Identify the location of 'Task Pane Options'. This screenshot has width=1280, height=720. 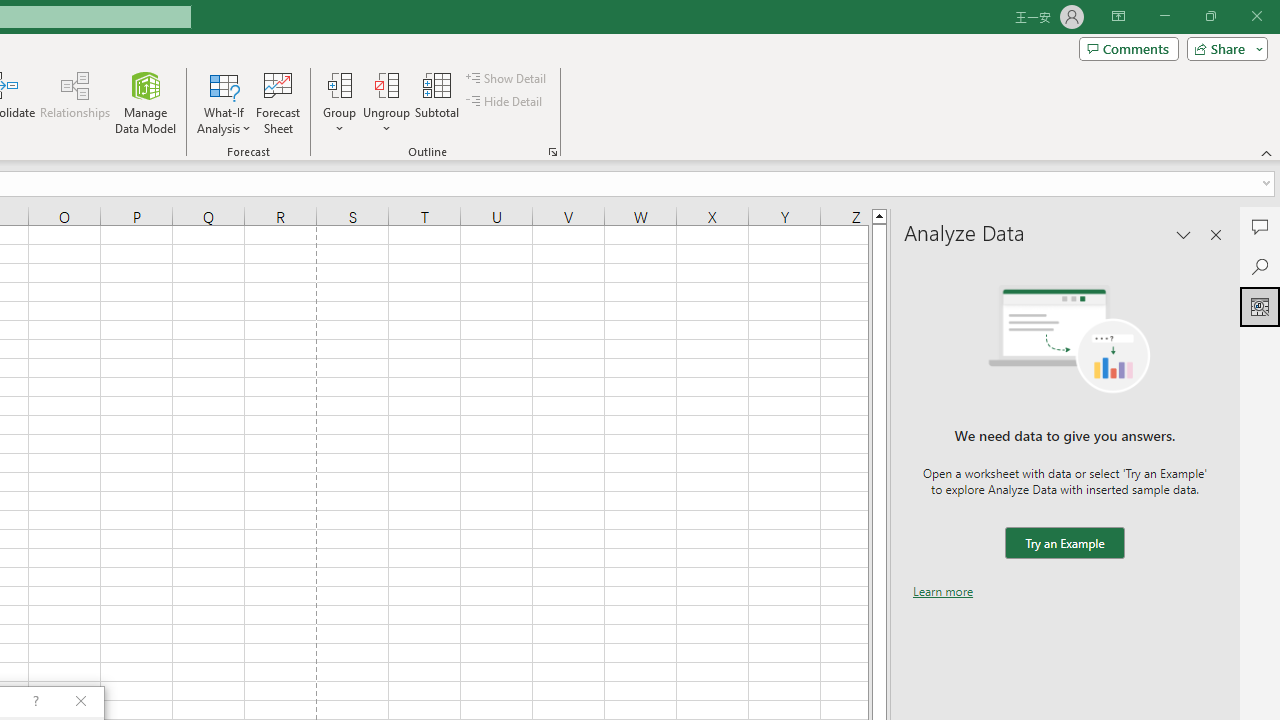
(1184, 234).